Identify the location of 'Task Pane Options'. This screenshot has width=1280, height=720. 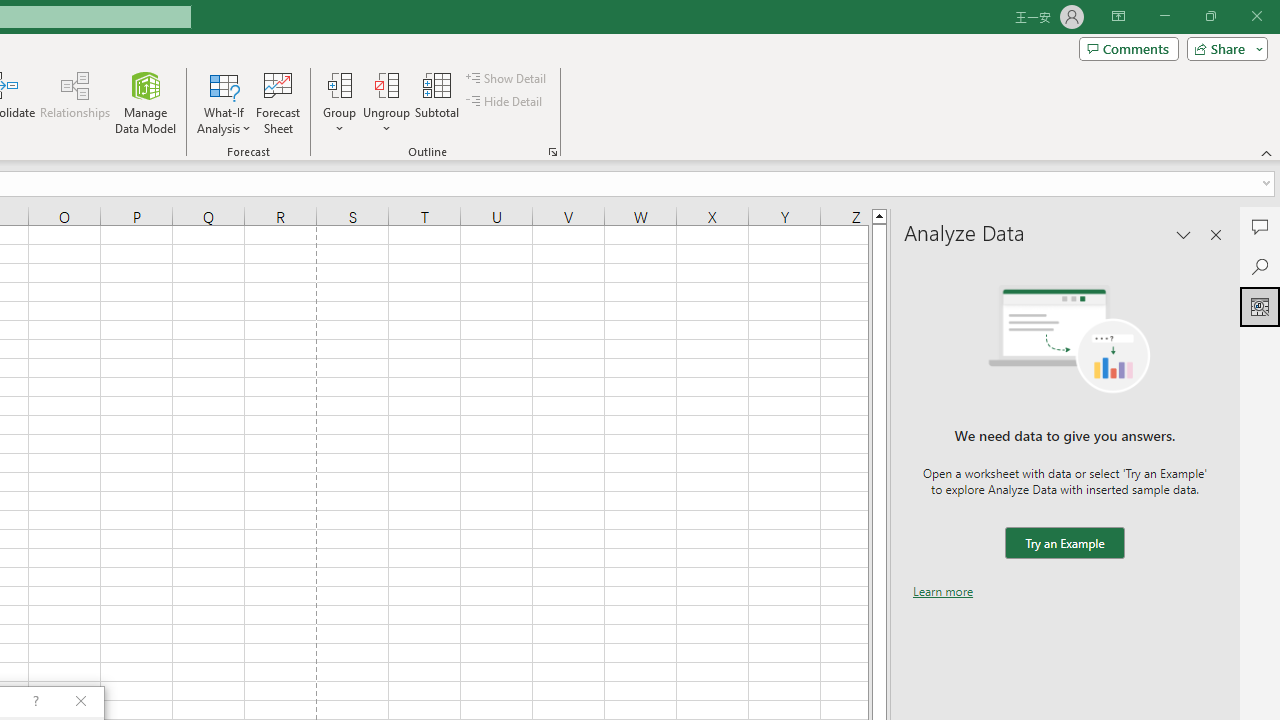
(1184, 234).